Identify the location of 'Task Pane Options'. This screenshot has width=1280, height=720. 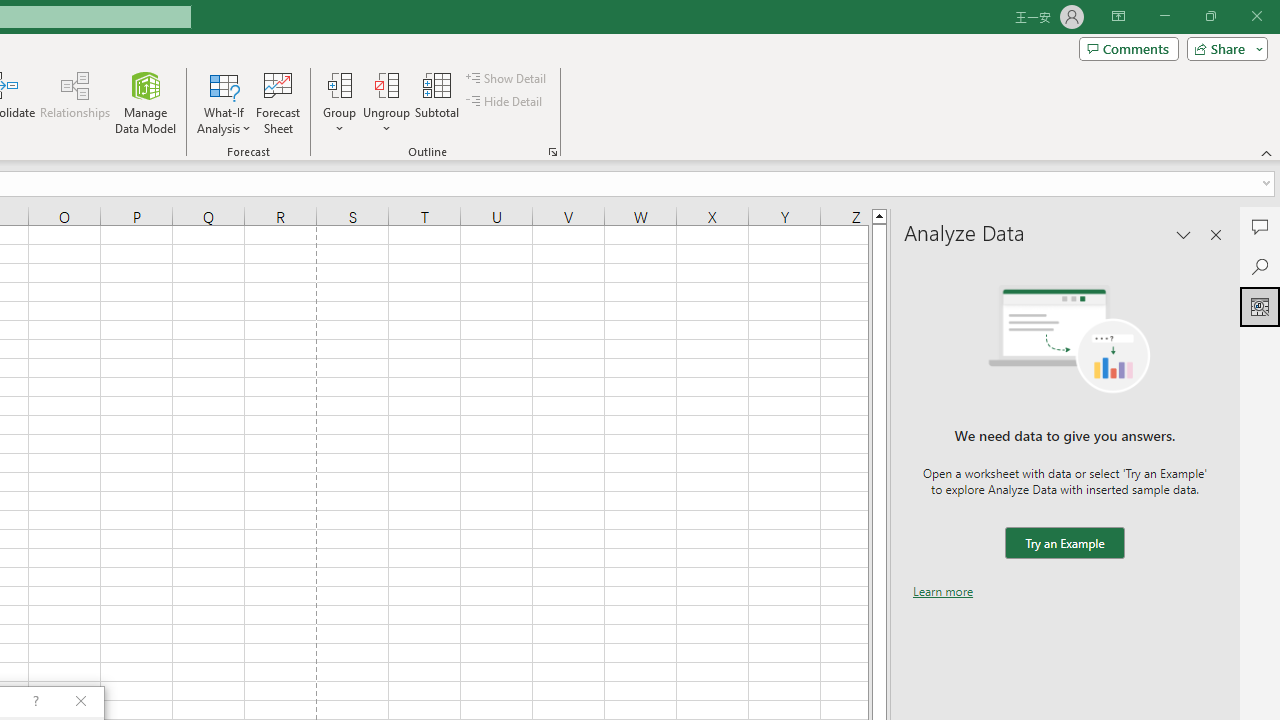
(1184, 234).